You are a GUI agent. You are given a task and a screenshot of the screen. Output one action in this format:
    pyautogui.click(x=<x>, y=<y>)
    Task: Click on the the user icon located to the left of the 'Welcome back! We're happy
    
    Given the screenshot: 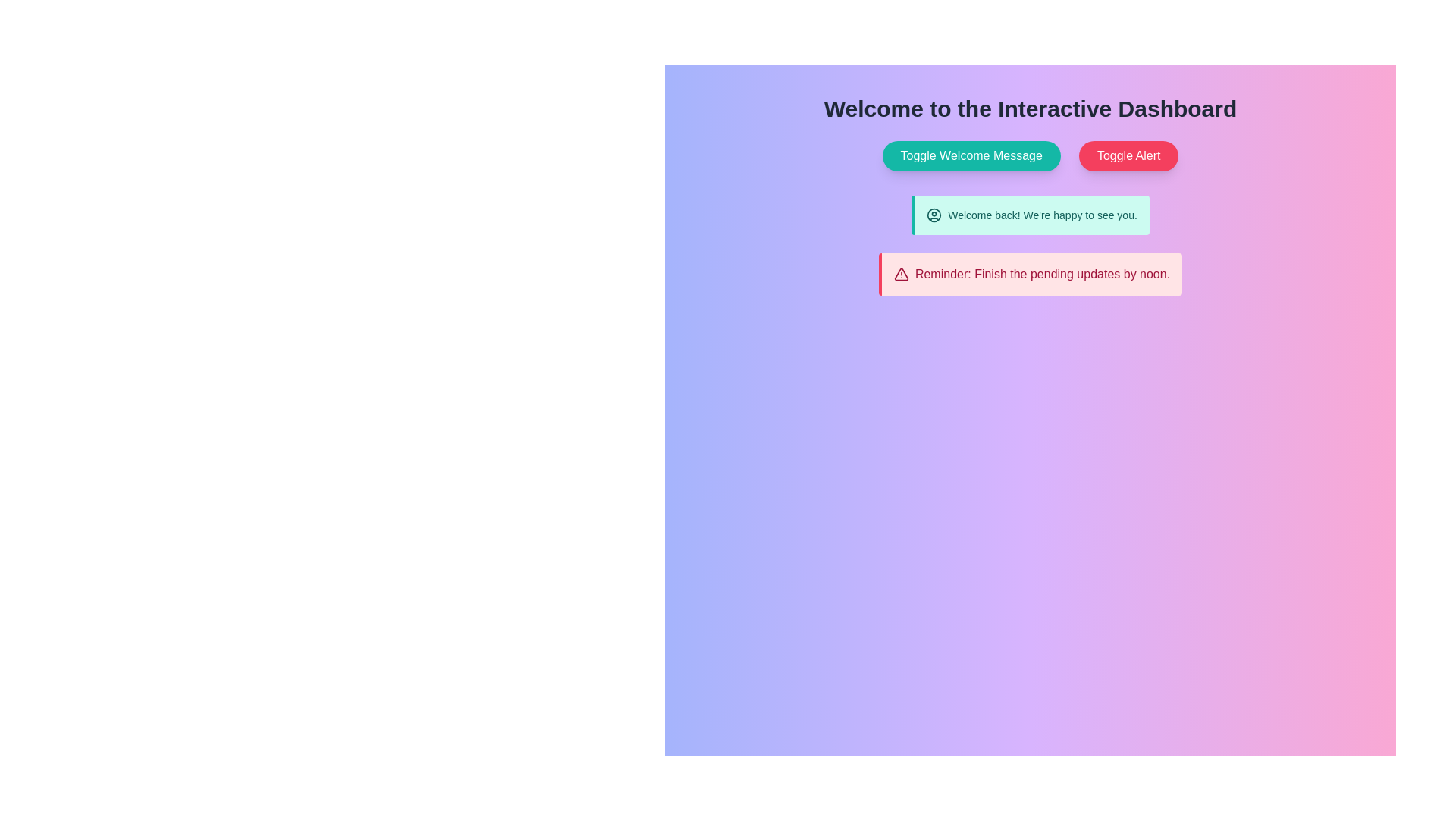 What is the action you would take?
    pyautogui.click(x=934, y=215)
    